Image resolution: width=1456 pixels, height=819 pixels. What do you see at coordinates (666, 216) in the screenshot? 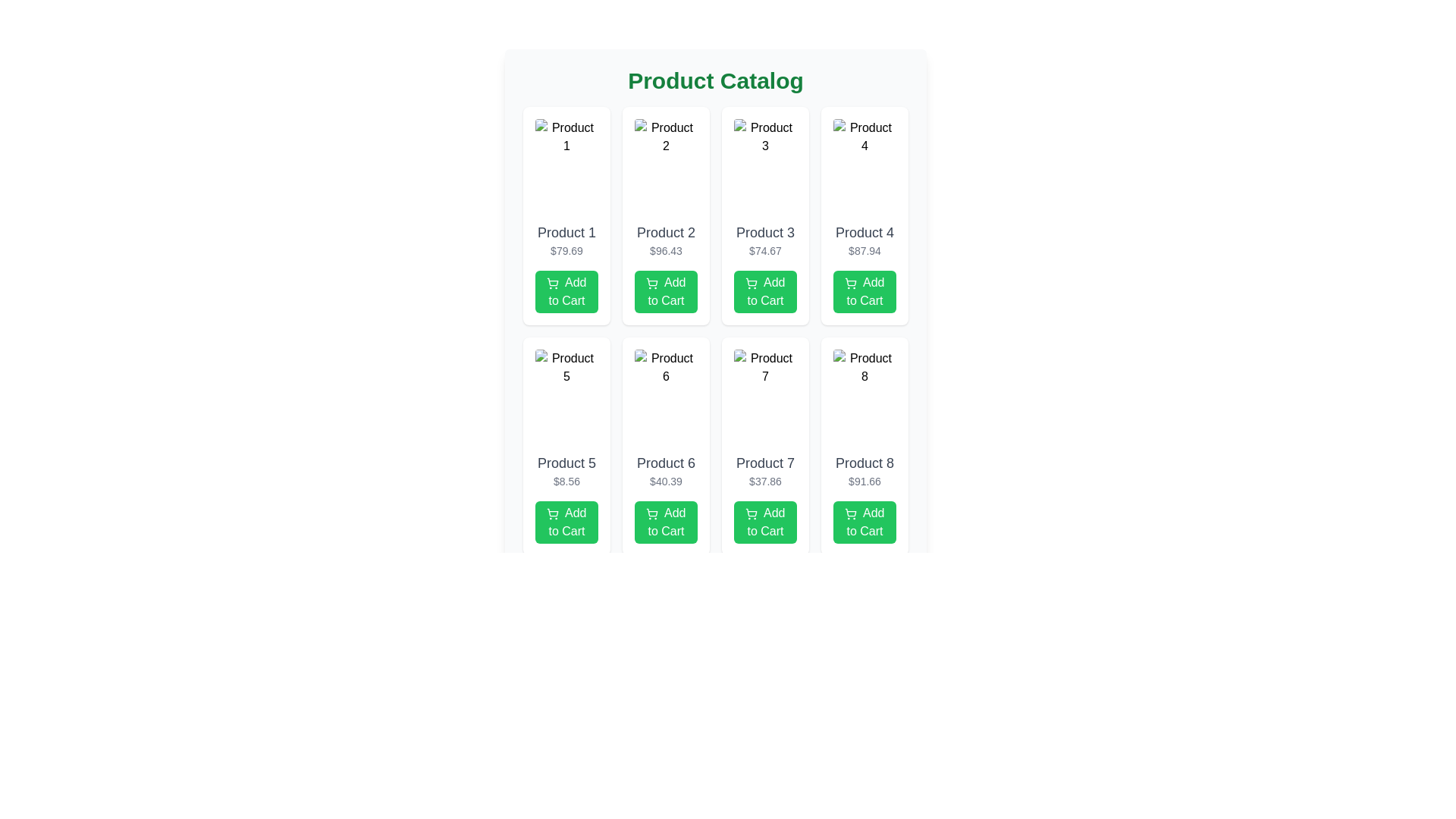
I see `the card displaying details about 'Product 2', which is the second item in the first row of the grid layout` at bounding box center [666, 216].